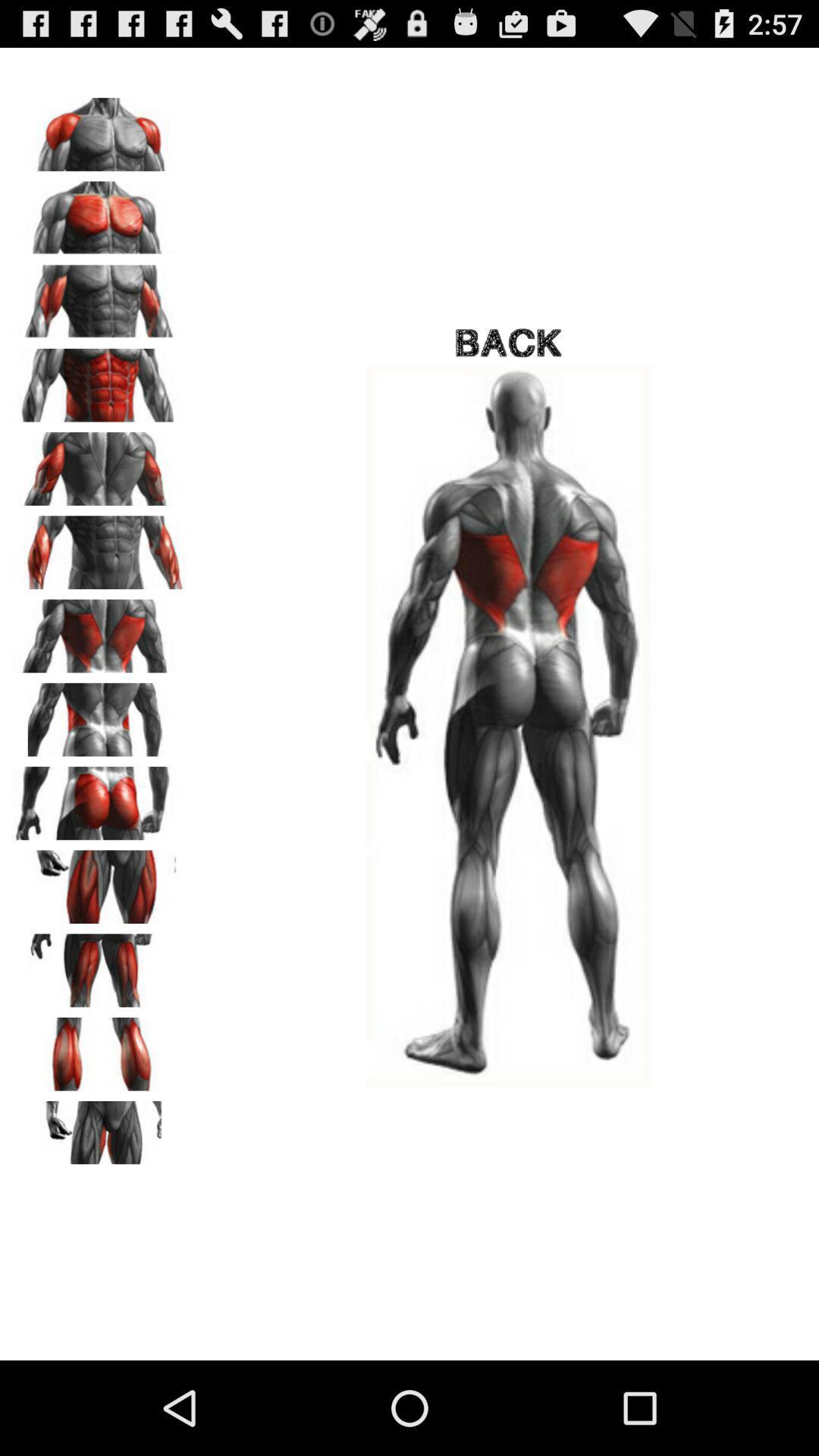  What do you see at coordinates (99, 212) in the screenshot?
I see `front chest muscle` at bounding box center [99, 212].